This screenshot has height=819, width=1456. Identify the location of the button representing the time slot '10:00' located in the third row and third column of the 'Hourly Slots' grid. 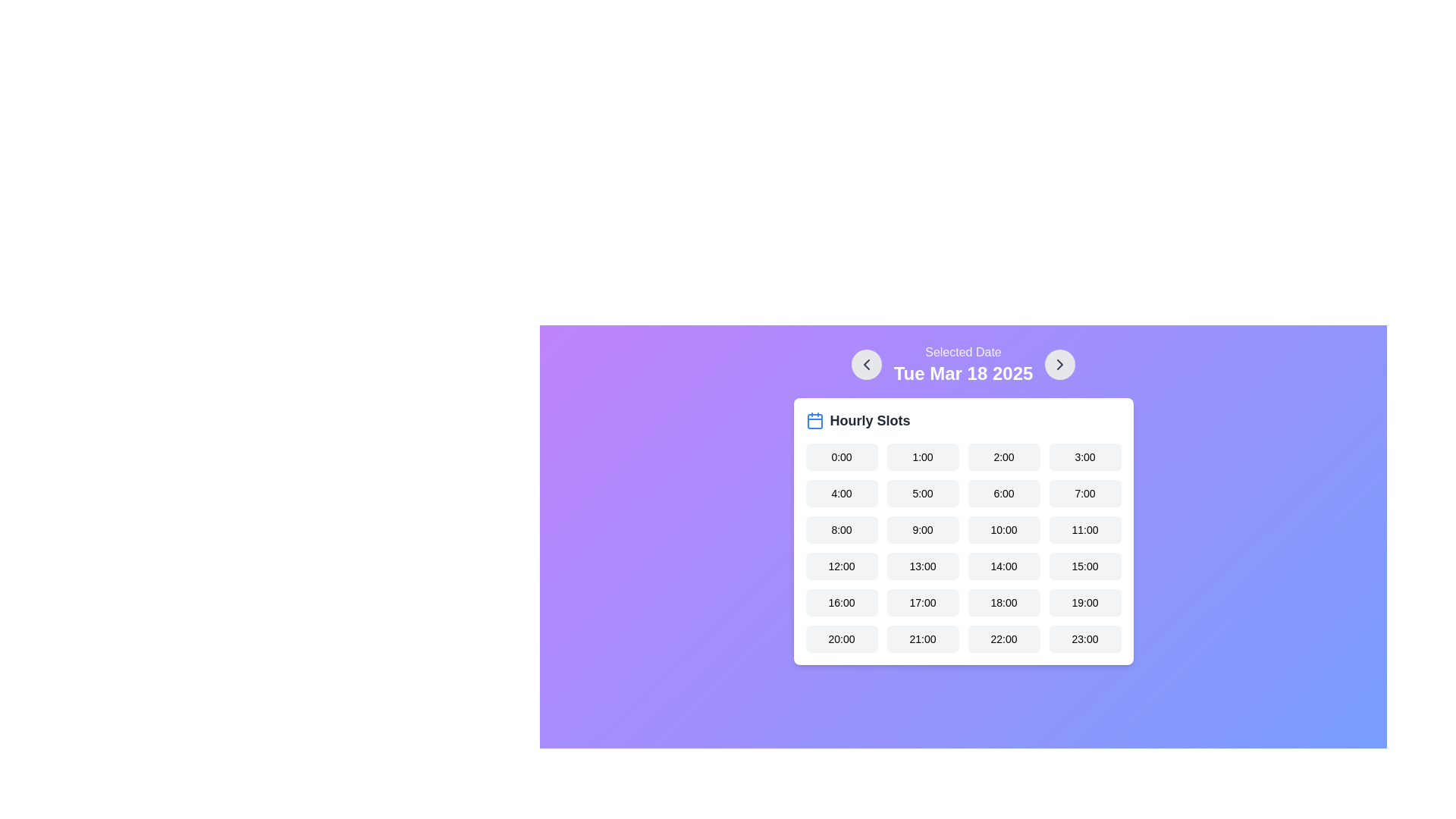
(1004, 529).